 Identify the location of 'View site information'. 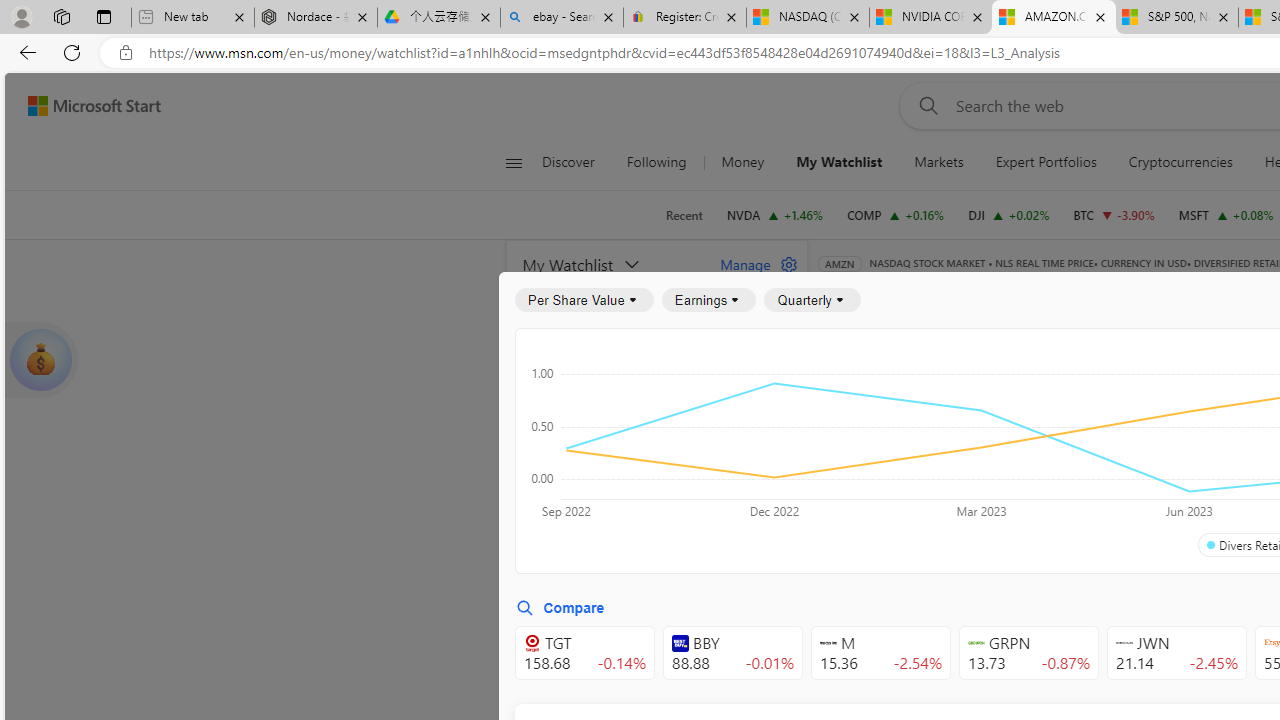
(125, 52).